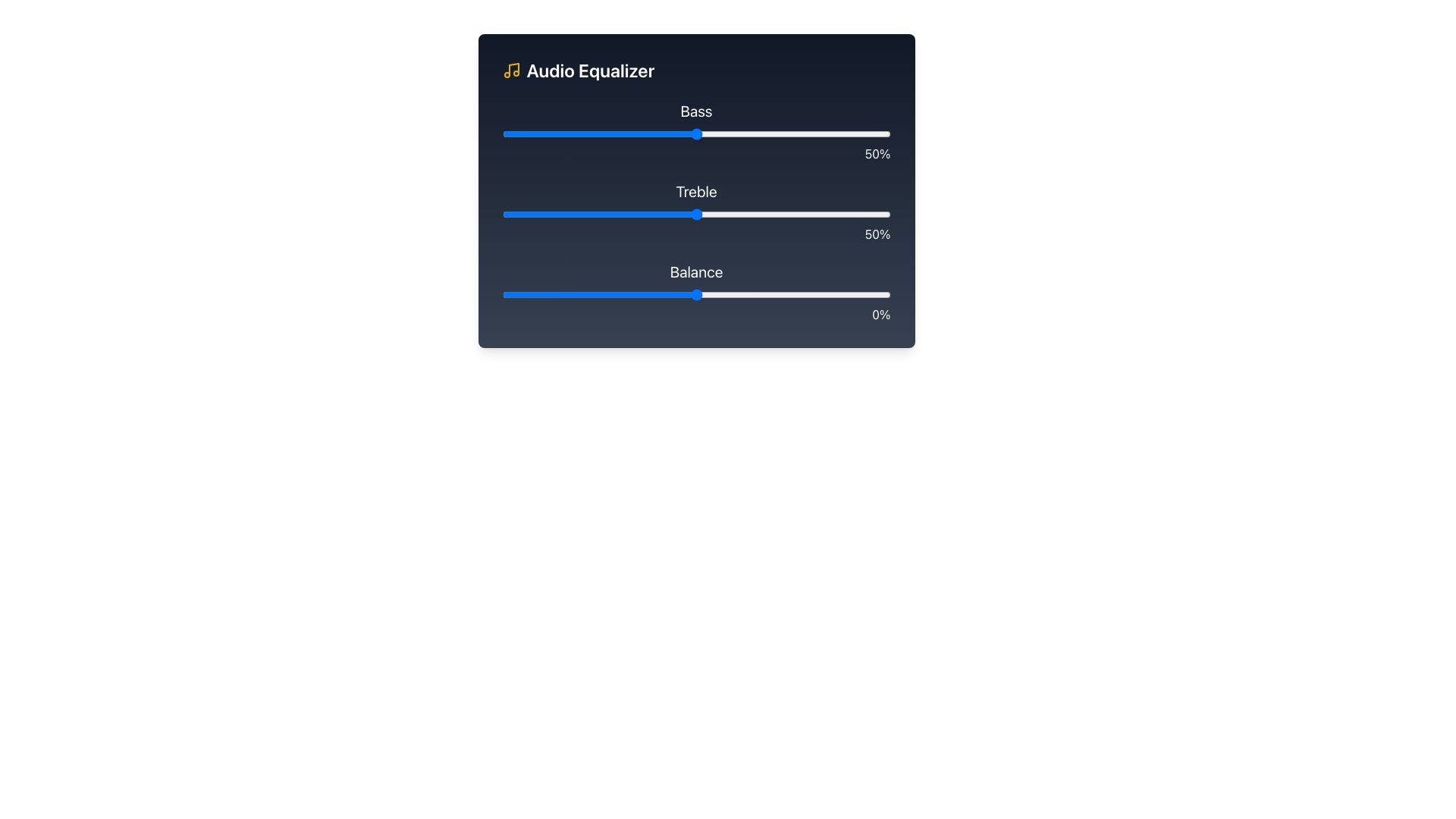 The image size is (1456, 819). I want to click on the treble level, so click(598, 214).